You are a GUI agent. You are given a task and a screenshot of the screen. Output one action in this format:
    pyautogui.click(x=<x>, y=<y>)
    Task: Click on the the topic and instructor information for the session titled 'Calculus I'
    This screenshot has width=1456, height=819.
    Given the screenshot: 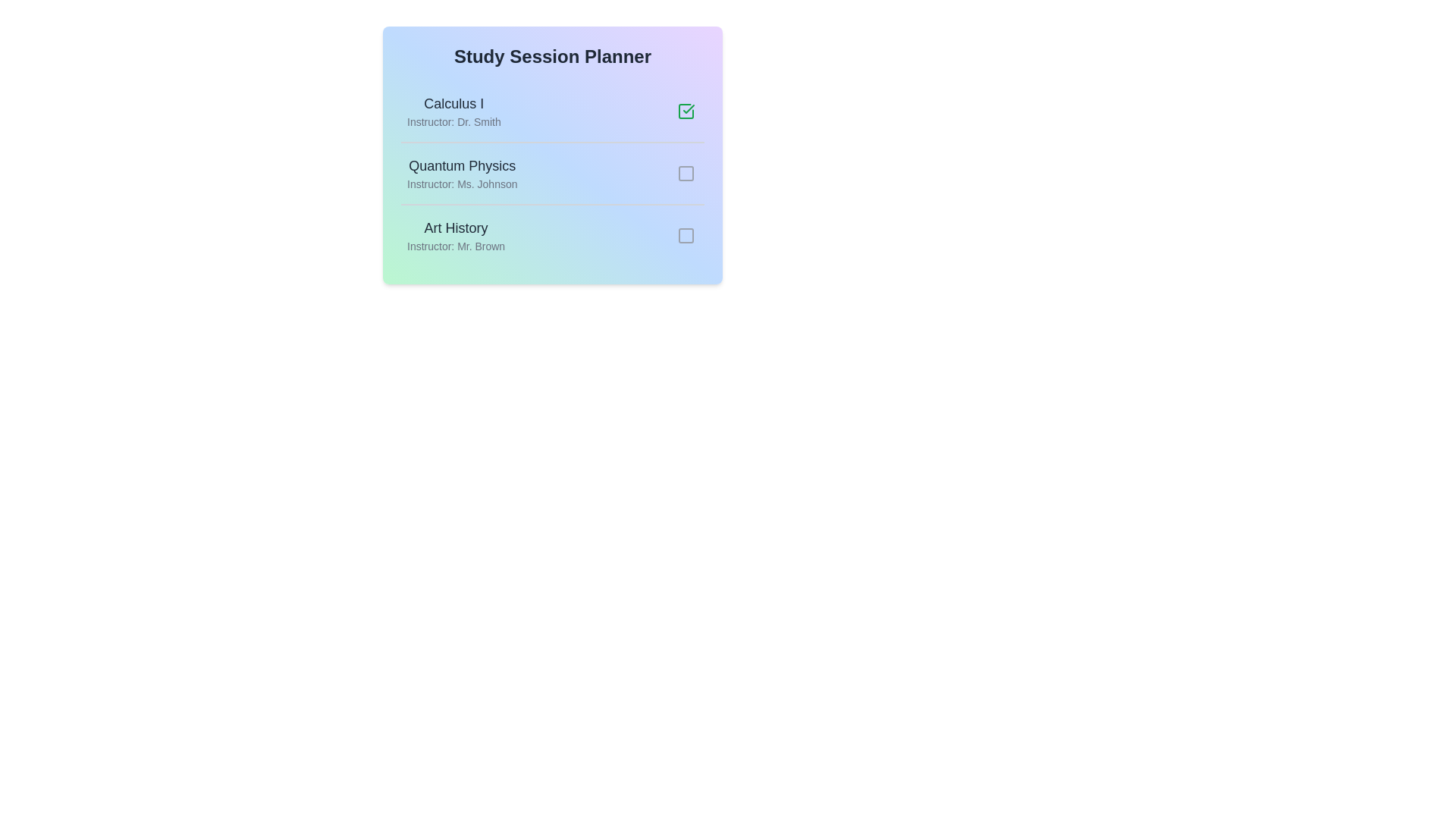 What is the action you would take?
    pyautogui.click(x=453, y=103)
    